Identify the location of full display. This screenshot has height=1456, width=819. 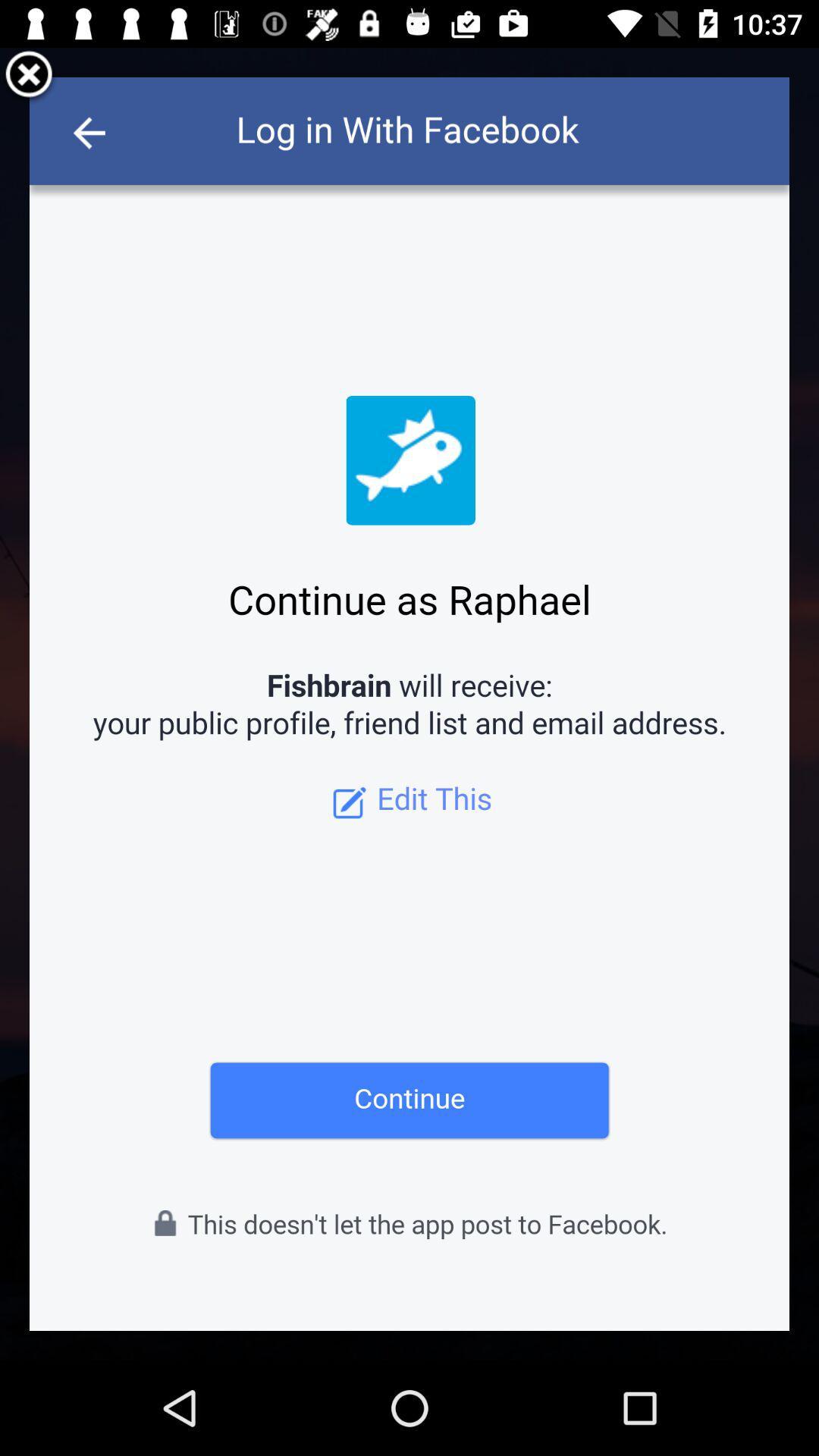
(409, 703).